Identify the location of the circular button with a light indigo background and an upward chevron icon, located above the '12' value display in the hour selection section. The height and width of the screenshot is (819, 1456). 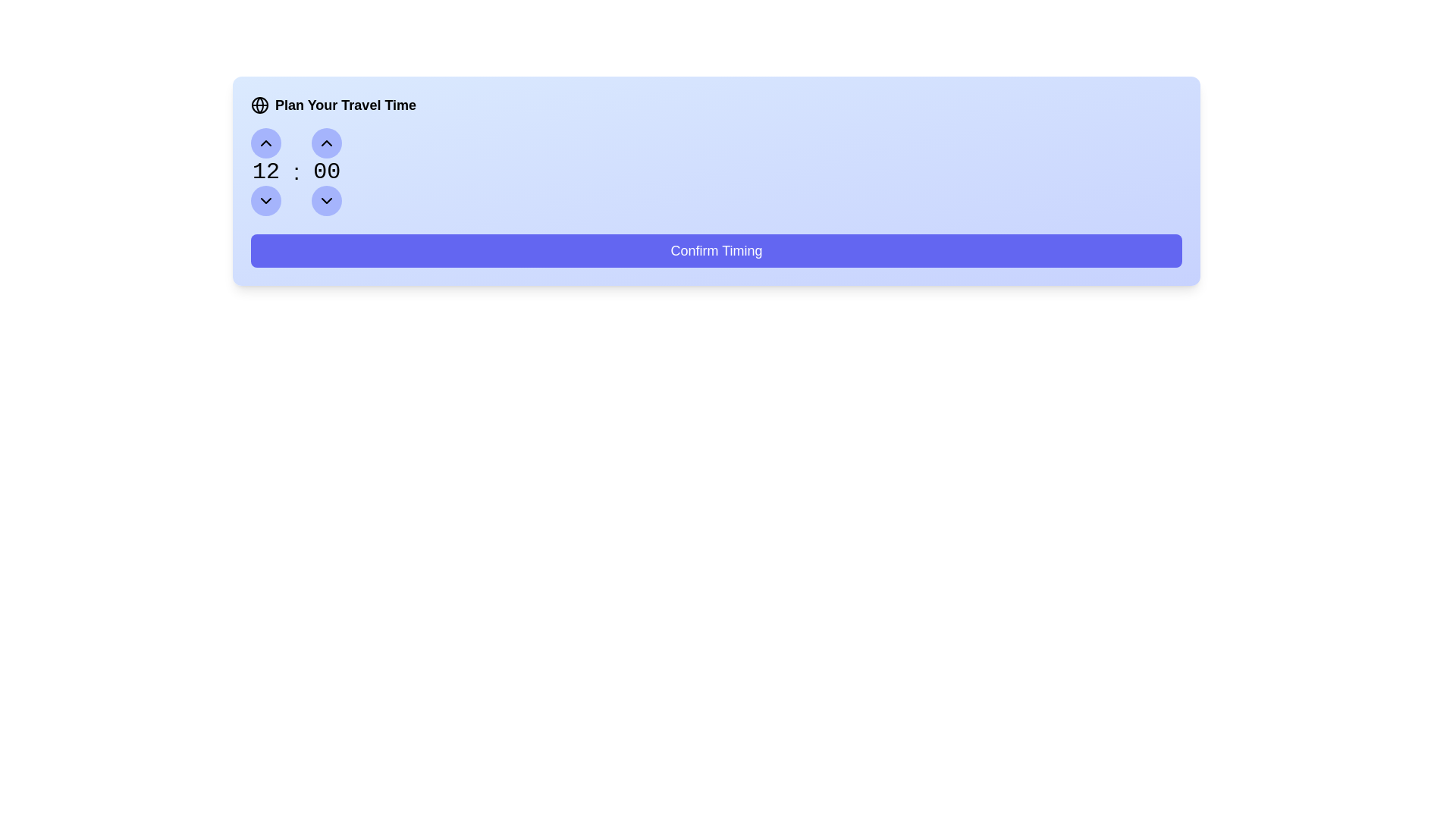
(265, 143).